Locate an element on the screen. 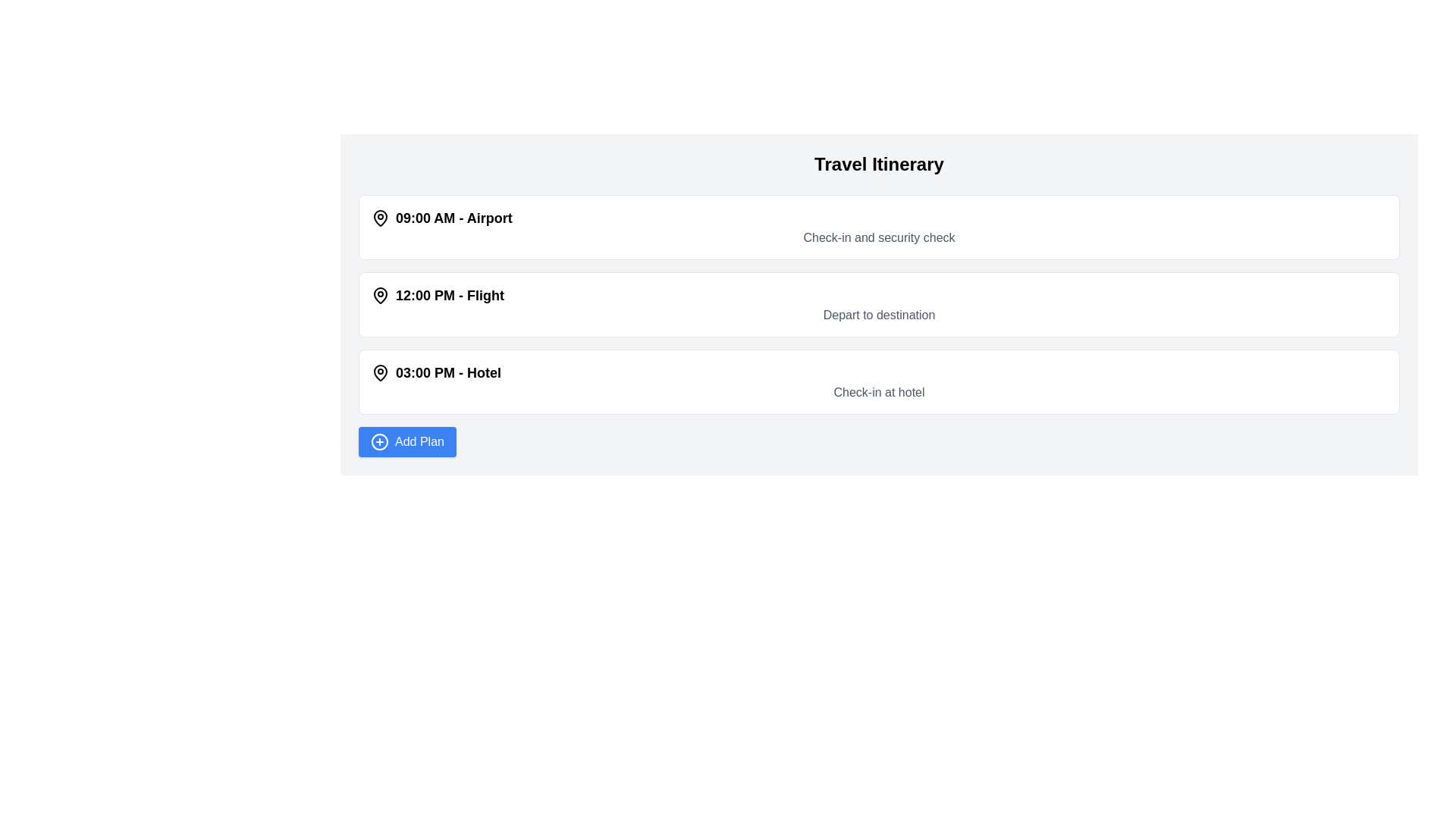 The image size is (1456, 819). the 'Add Plan' button with a blue background and a white text, positioned at the bottom of the itinerary items list is located at coordinates (407, 441).